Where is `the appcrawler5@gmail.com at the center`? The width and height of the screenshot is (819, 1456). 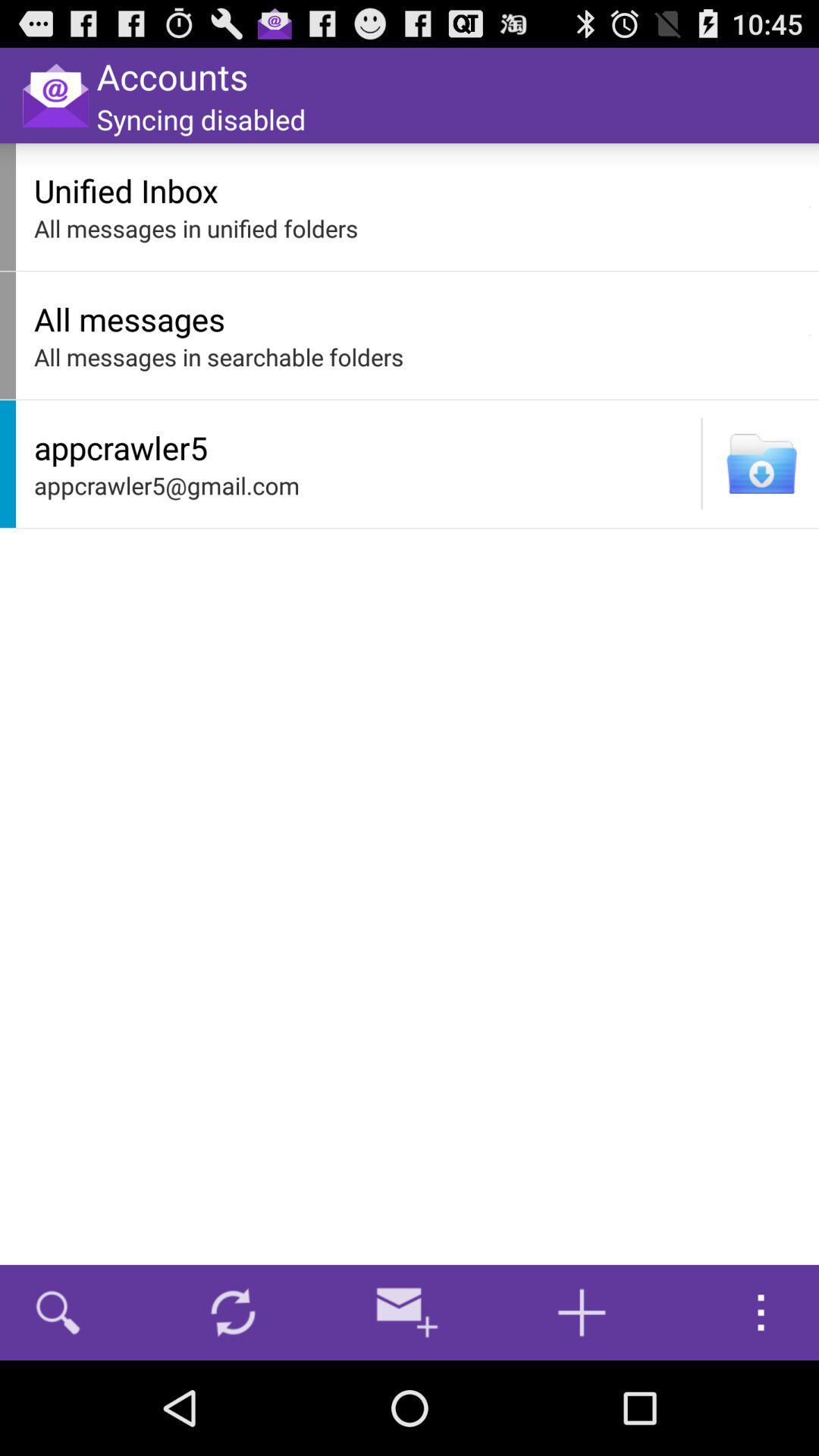 the appcrawler5@gmail.com at the center is located at coordinates (363, 485).